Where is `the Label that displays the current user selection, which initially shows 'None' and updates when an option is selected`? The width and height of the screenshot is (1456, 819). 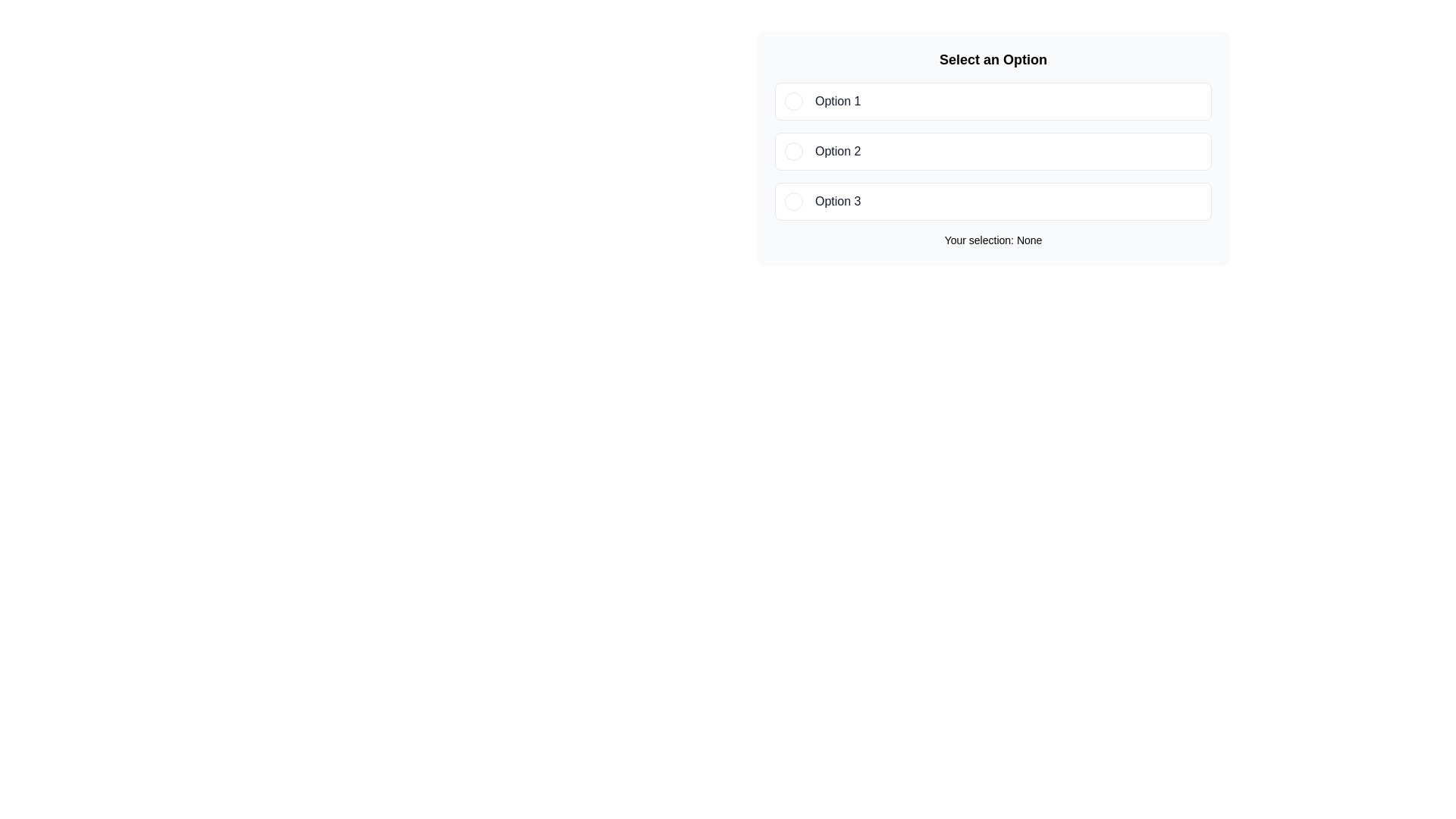
the Label that displays the current user selection, which initially shows 'None' and updates when an option is selected is located at coordinates (993, 239).